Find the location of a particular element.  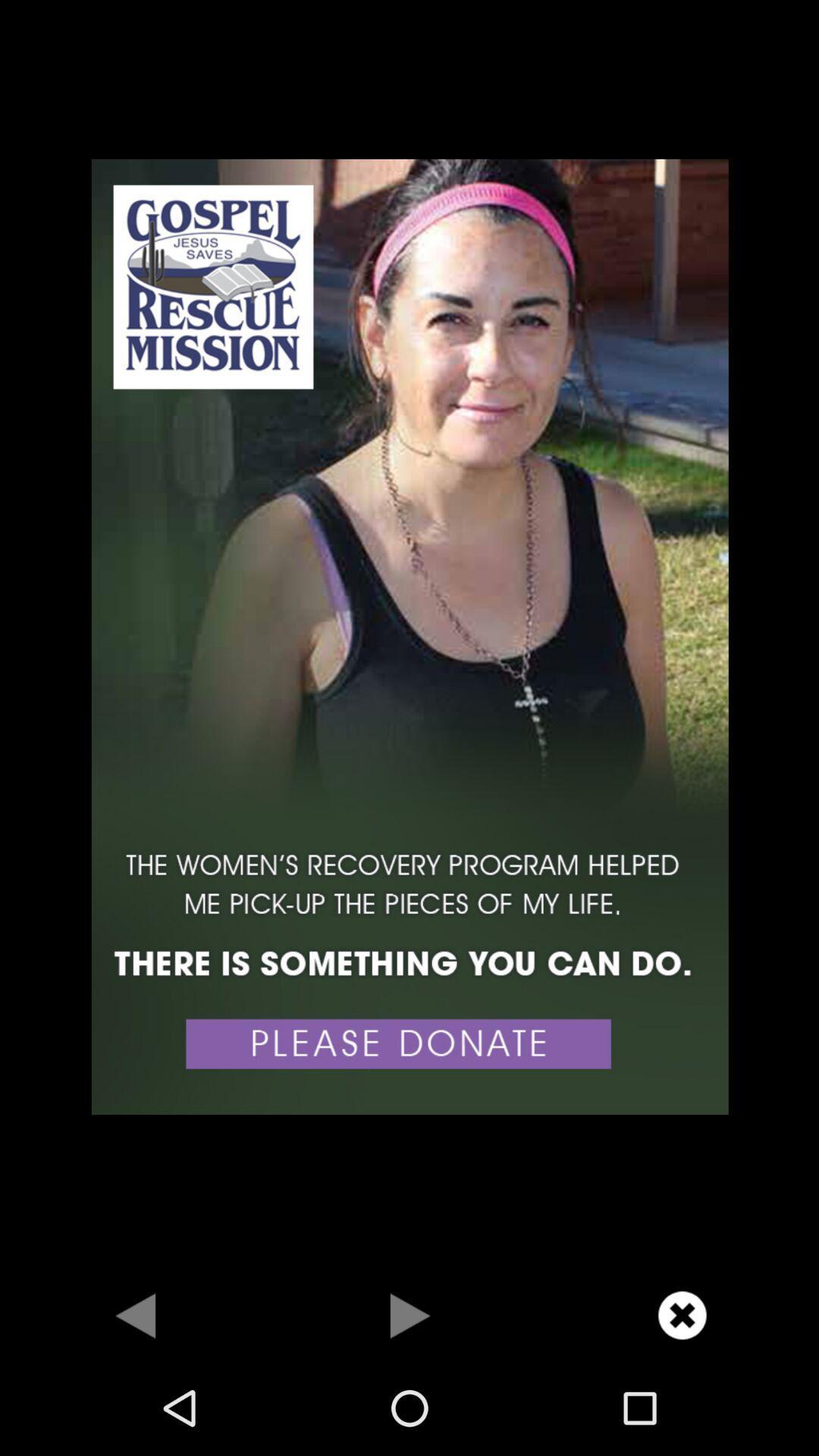

the play icon is located at coordinates (409, 1407).